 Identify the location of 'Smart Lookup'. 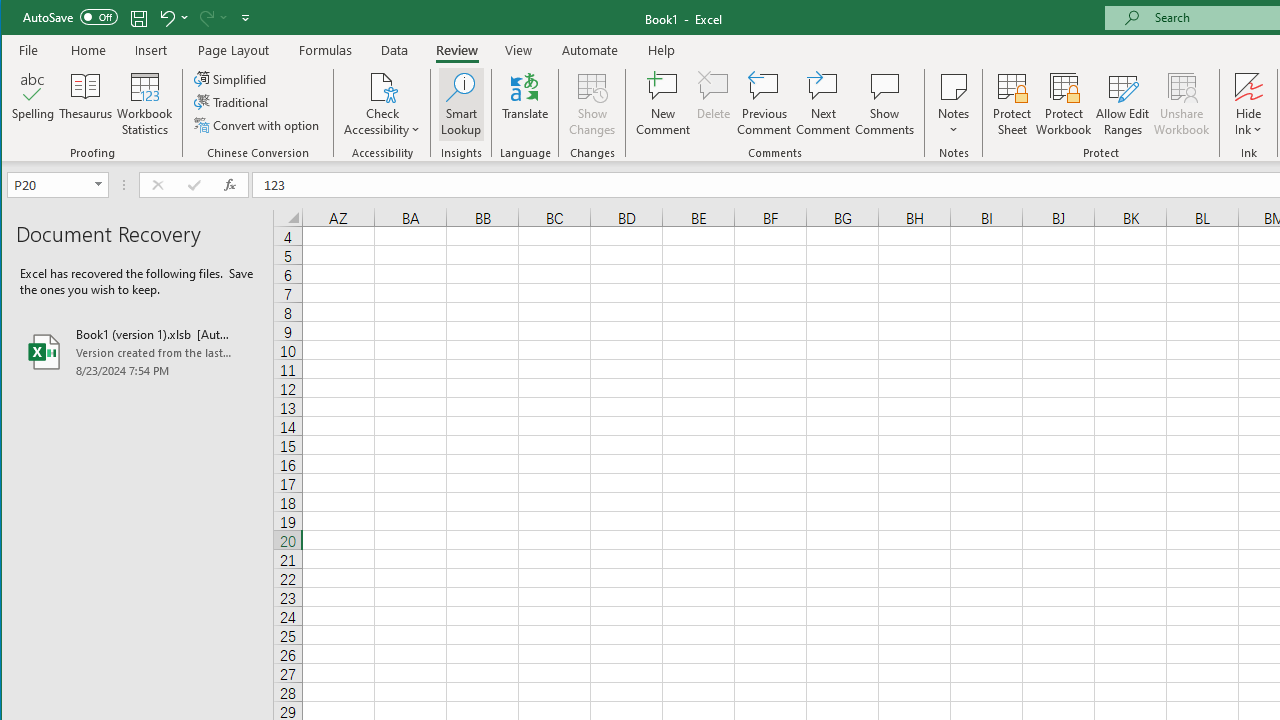
(460, 104).